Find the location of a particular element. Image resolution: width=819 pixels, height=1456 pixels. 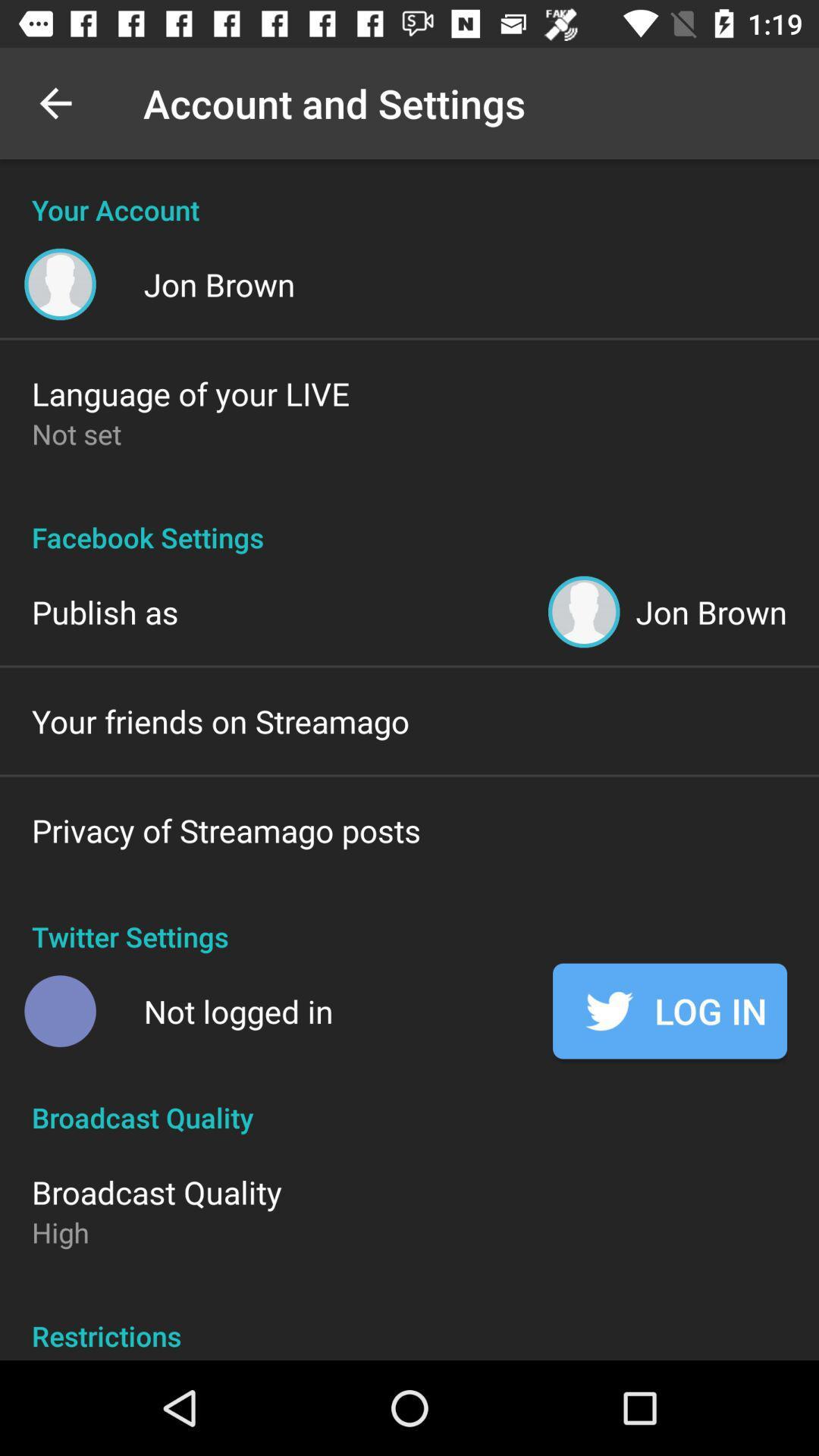

the high is located at coordinates (59, 1232).